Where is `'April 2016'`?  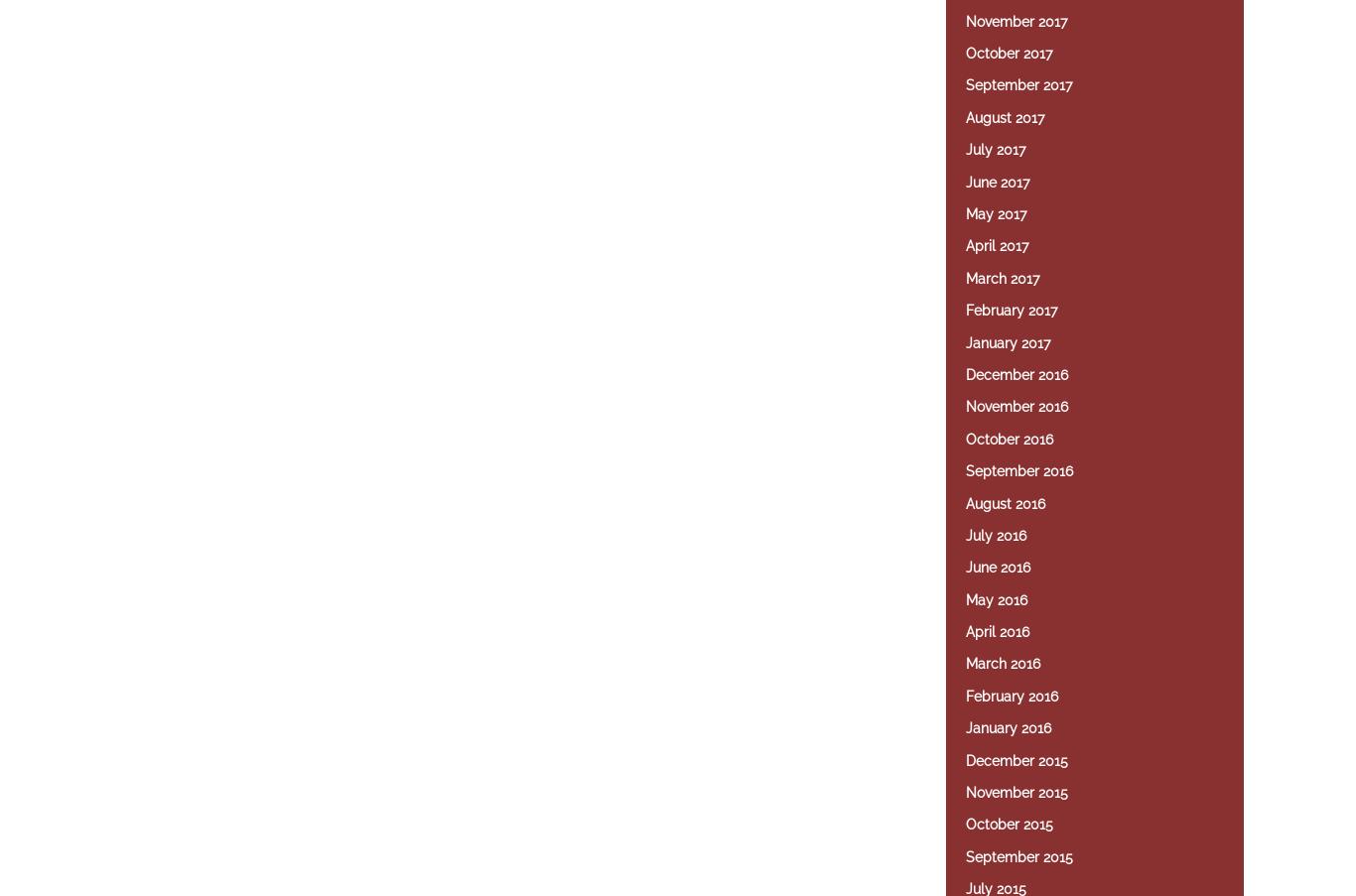 'April 2016' is located at coordinates (997, 631).